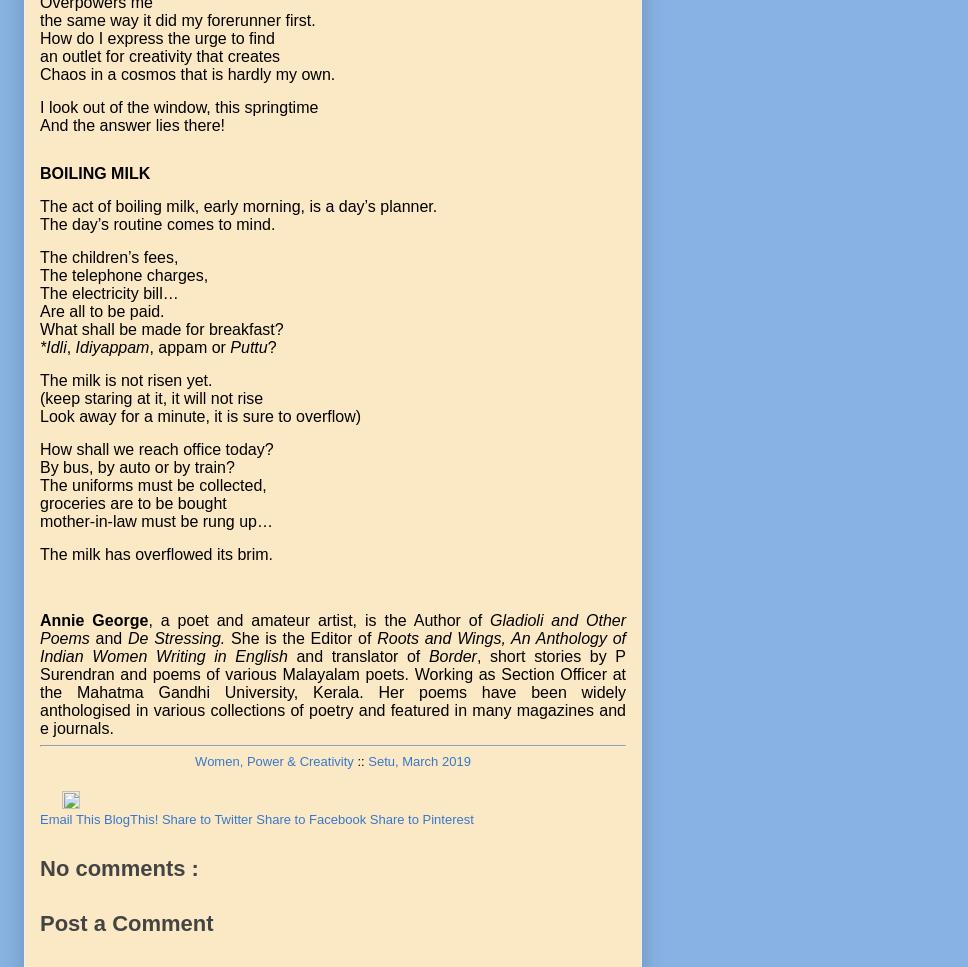 This screenshot has height=967, width=968. What do you see at coordinates (274, 761) in the screenshot?
I see `'Women, Power & Creativity'` at bounding box center [274, 761].